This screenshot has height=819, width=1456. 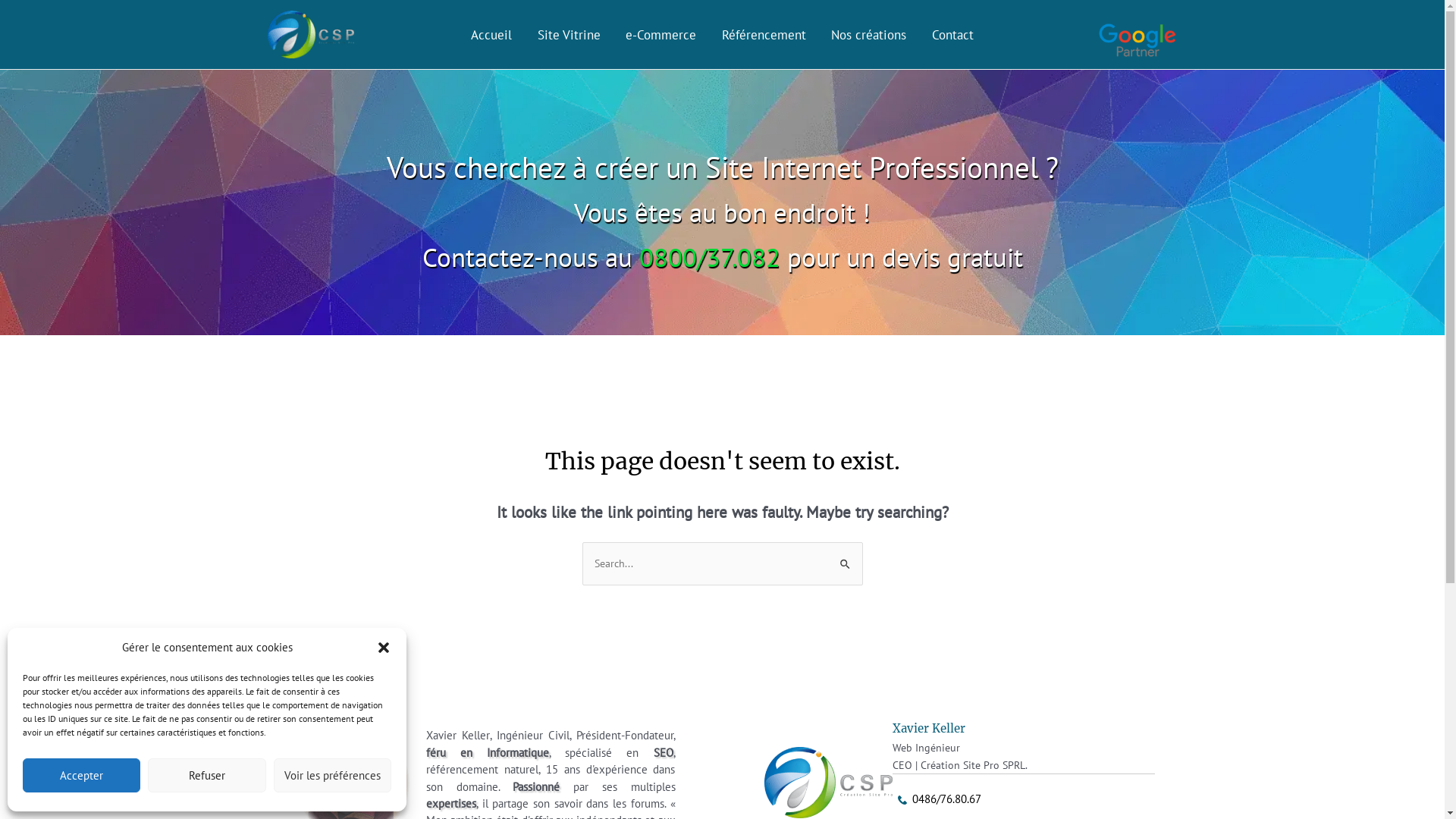 I want to click on 'Search', so click(x=844, y=557).